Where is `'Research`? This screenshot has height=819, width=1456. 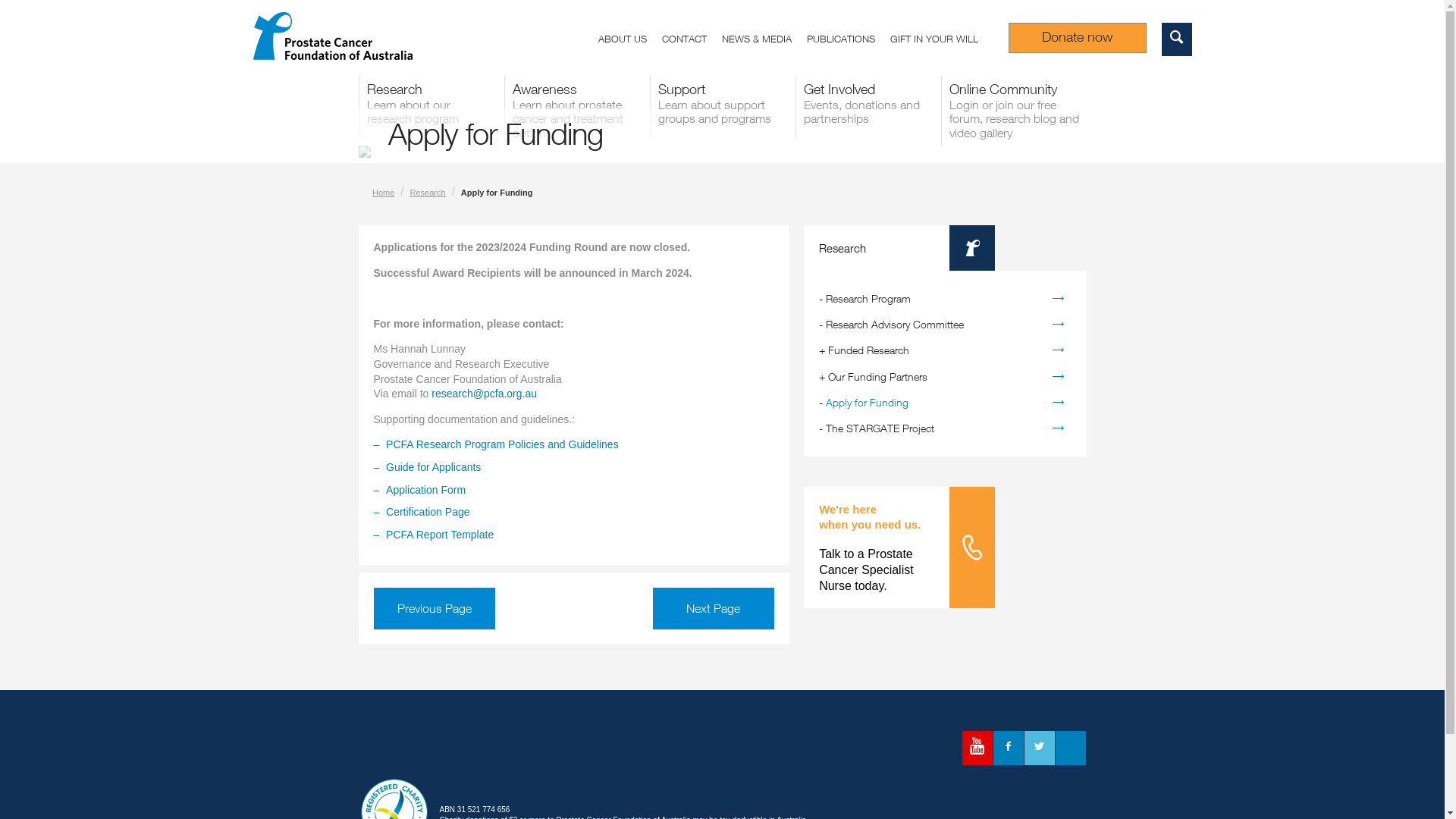
'Research is located at coordinates (429, 106).